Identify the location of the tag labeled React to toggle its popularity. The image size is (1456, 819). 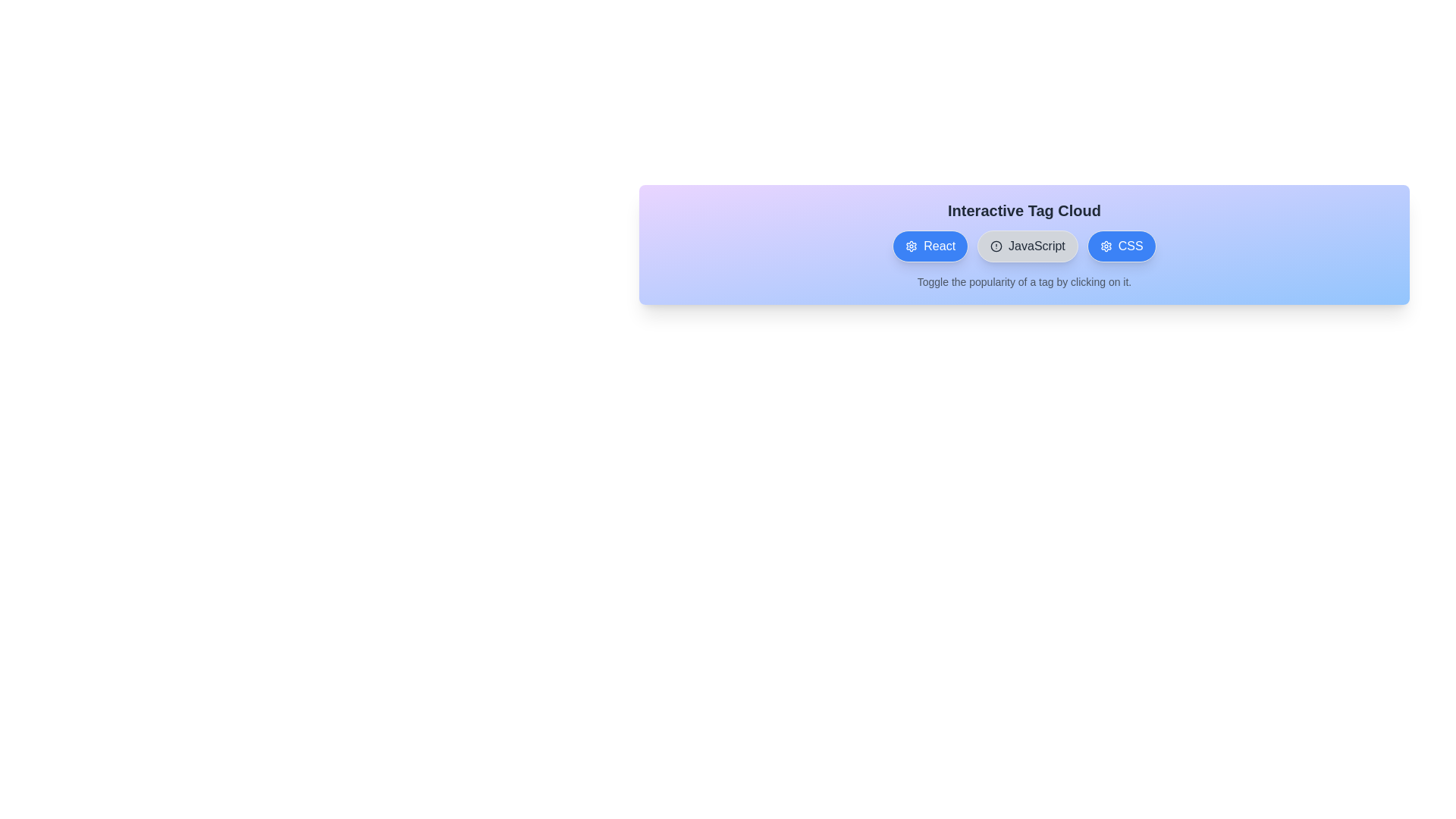
(930, 245).